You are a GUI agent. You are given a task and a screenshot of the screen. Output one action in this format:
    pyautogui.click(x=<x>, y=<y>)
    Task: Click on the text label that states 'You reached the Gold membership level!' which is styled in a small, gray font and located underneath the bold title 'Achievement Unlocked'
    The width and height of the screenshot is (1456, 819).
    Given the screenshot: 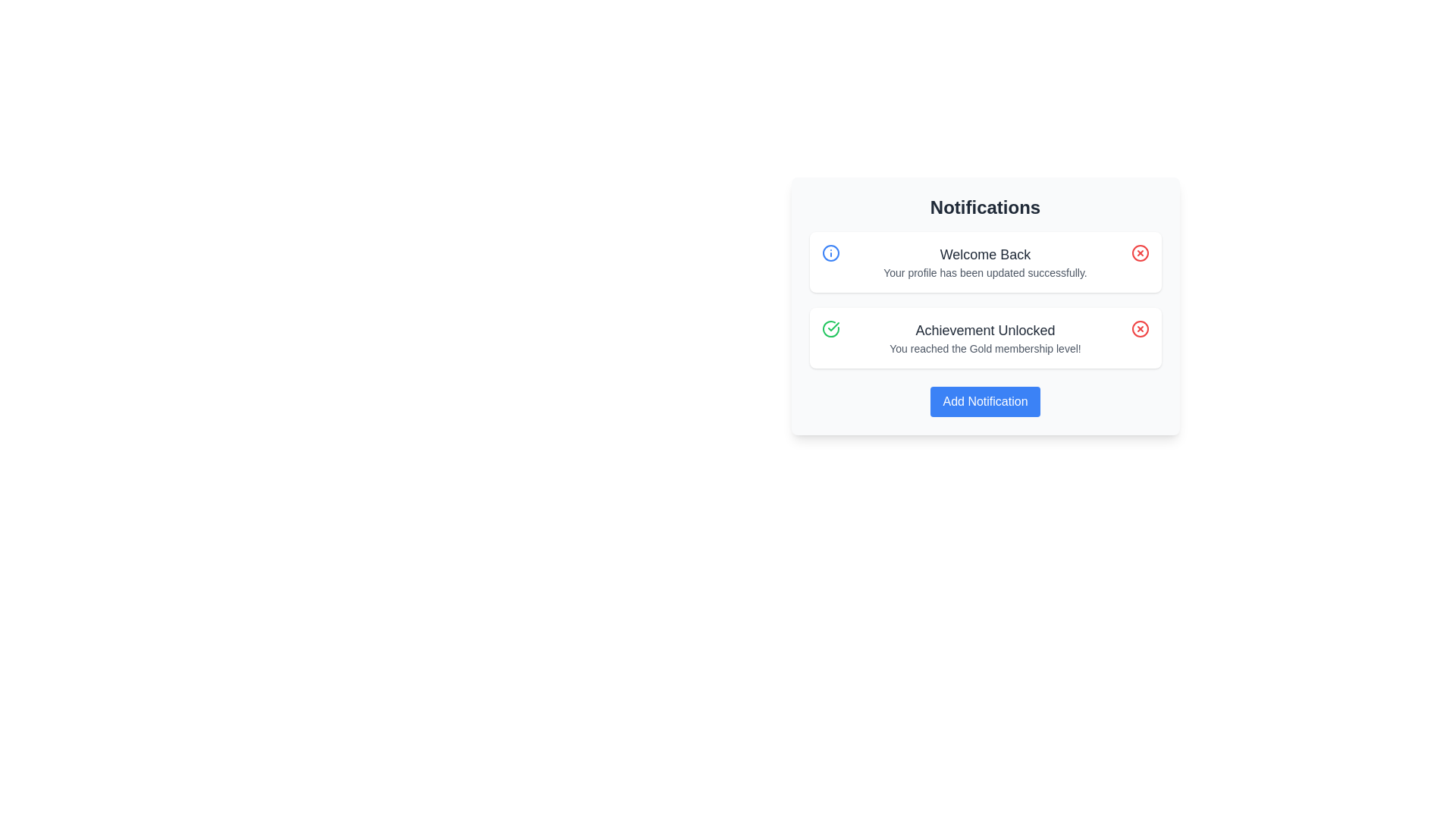 What is the action you would take?
    pyautogui.click(x=985, y=348)
    